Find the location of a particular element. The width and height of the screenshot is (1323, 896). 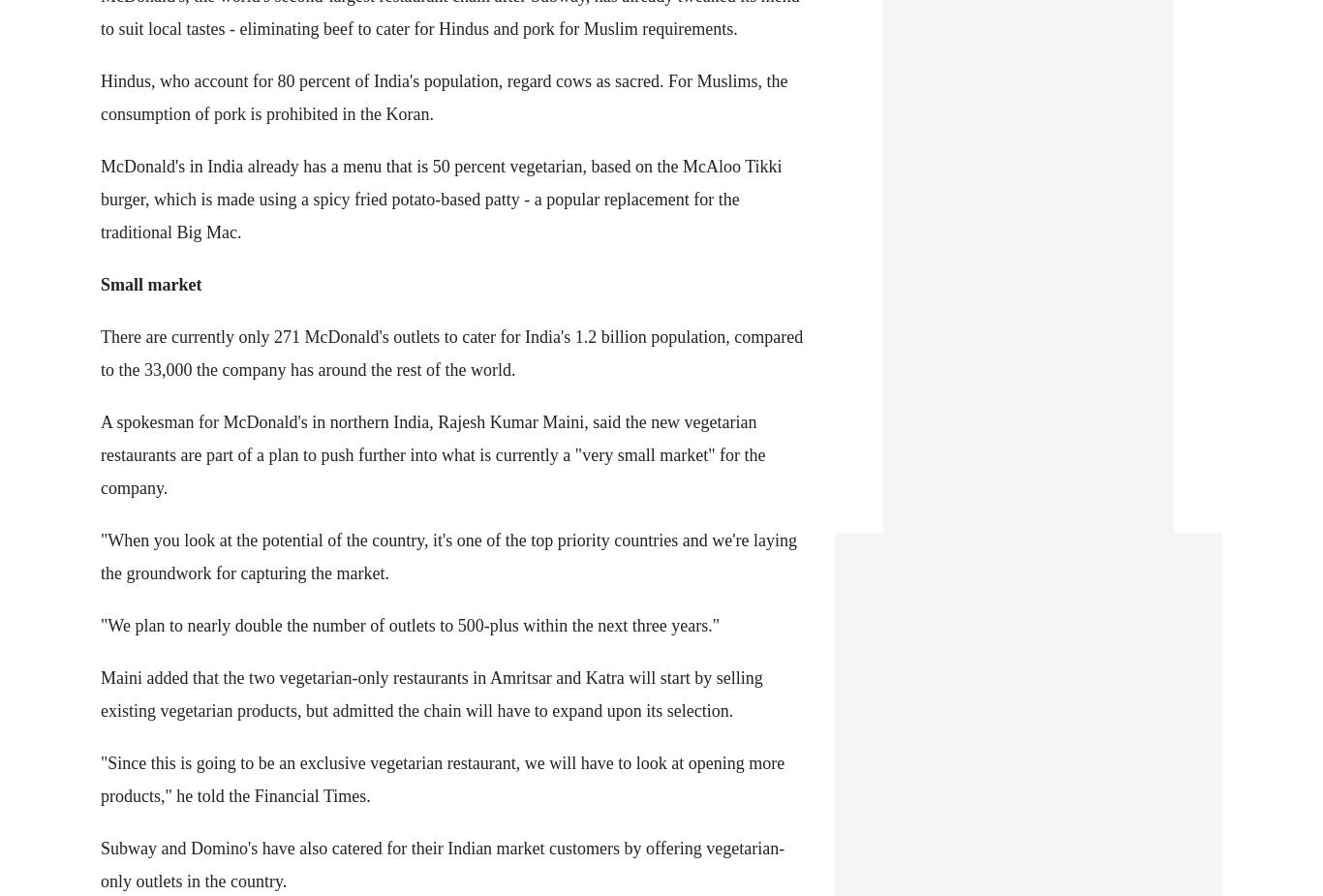

'There are currently only 271 McDonald's outlets to cater for India's 1.2 billion population, compared to the 33,000 the company has around the rest of the world.' is located at coordinates (451, 351).